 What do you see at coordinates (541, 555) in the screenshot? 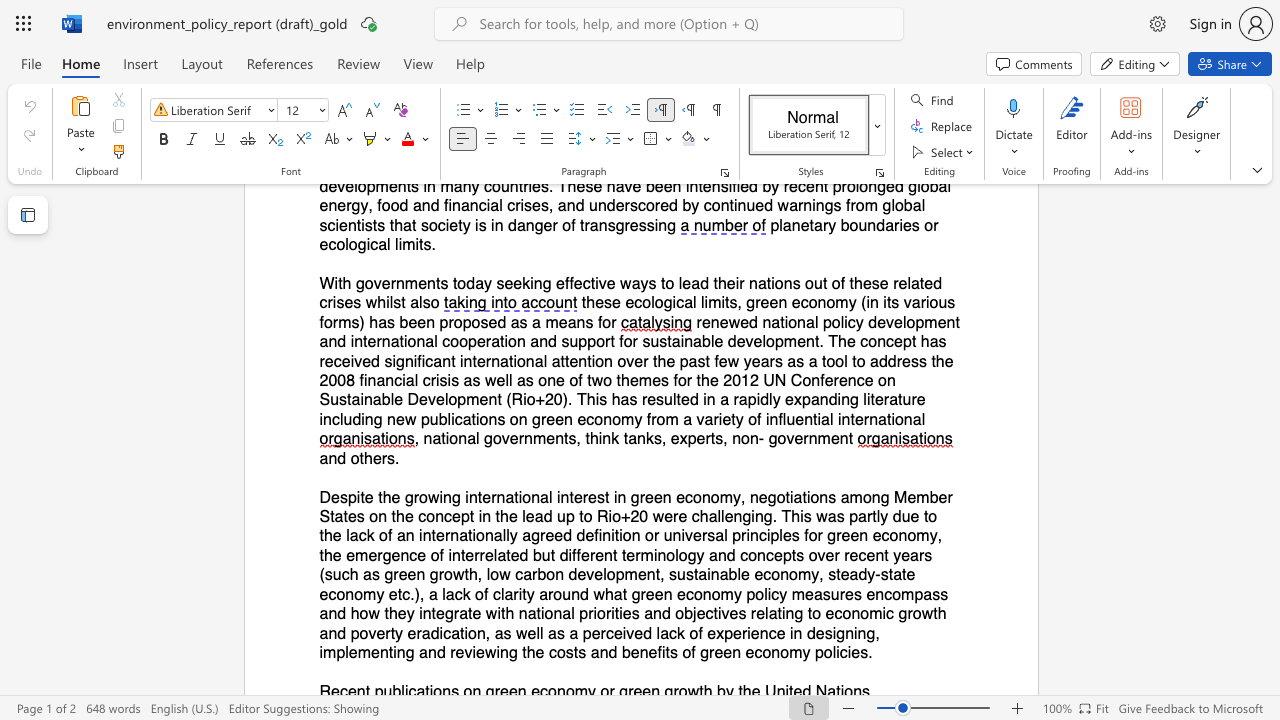
I see `the subset text "ut different terminology and concepts over recent years (such as green growth, low carbon development, sustainable economy, steady‐state economy etc.), a lack of clarity around what green economy policy measures encompass and how they integrate with national priorities and objectives relating to economic growth and povert" within the text "Despite the growing international interest in green economy, negotiations among Member States on the concept in the lead up to Rio+20 were challenging. This was partly due to the lack of an internationally agreed definition or universal principles for green economy, the emergence of interrelated but different terminology and concepts over recent years (such as green growth, low carbon development, sustainable economy, steady‐state economy etc.), a lack of clarity around what green economy policy measures encompass and how they integrate with national priorities and objectives relating to economic growth and poverty eradication, as well as a perceived lack of experience in designing, implementing and reviewing the costs and benefits of green economy policies."` at bounding box center [541, 555].